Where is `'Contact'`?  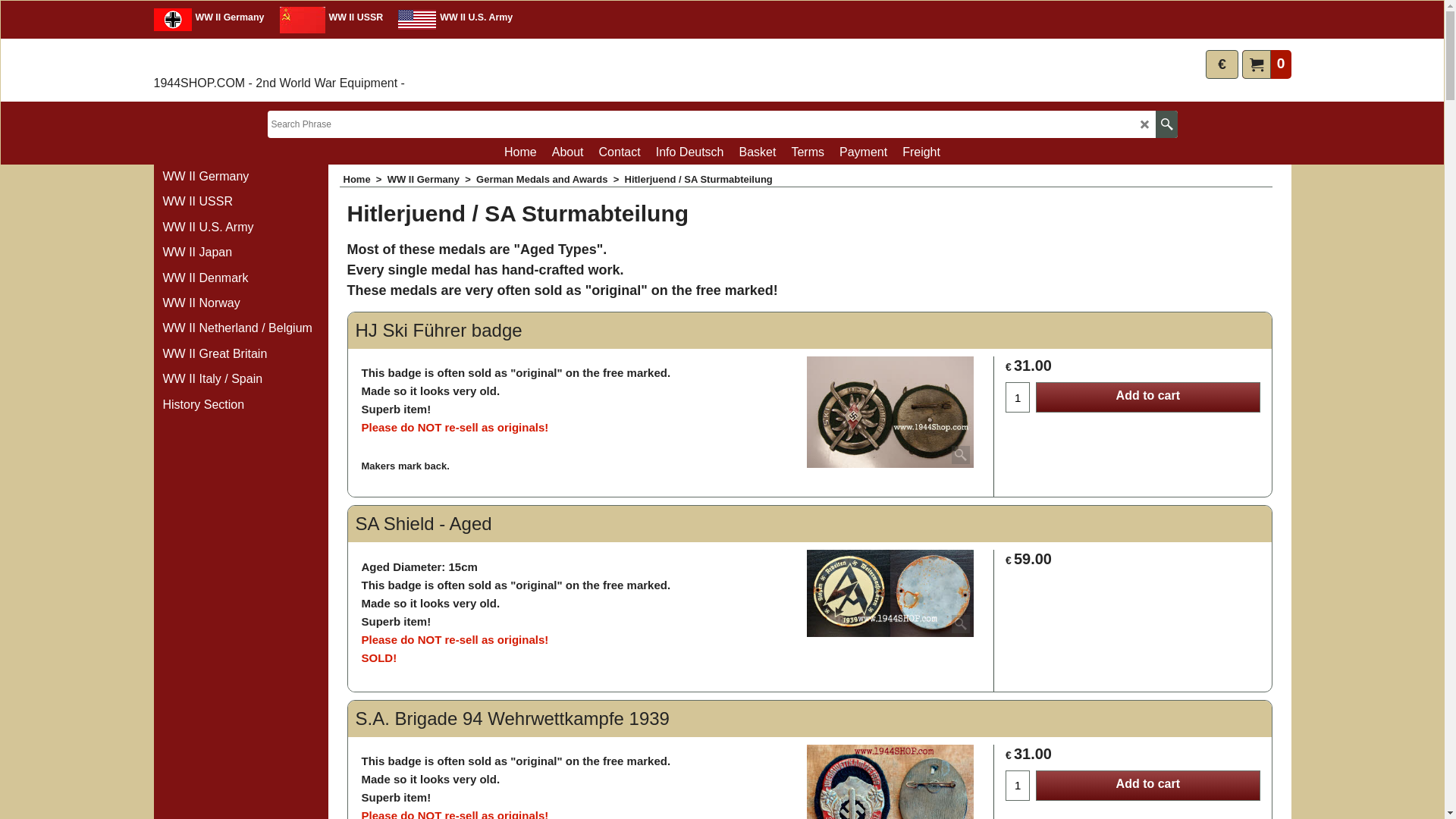
'Contact' is located at coordinates (620, 152).